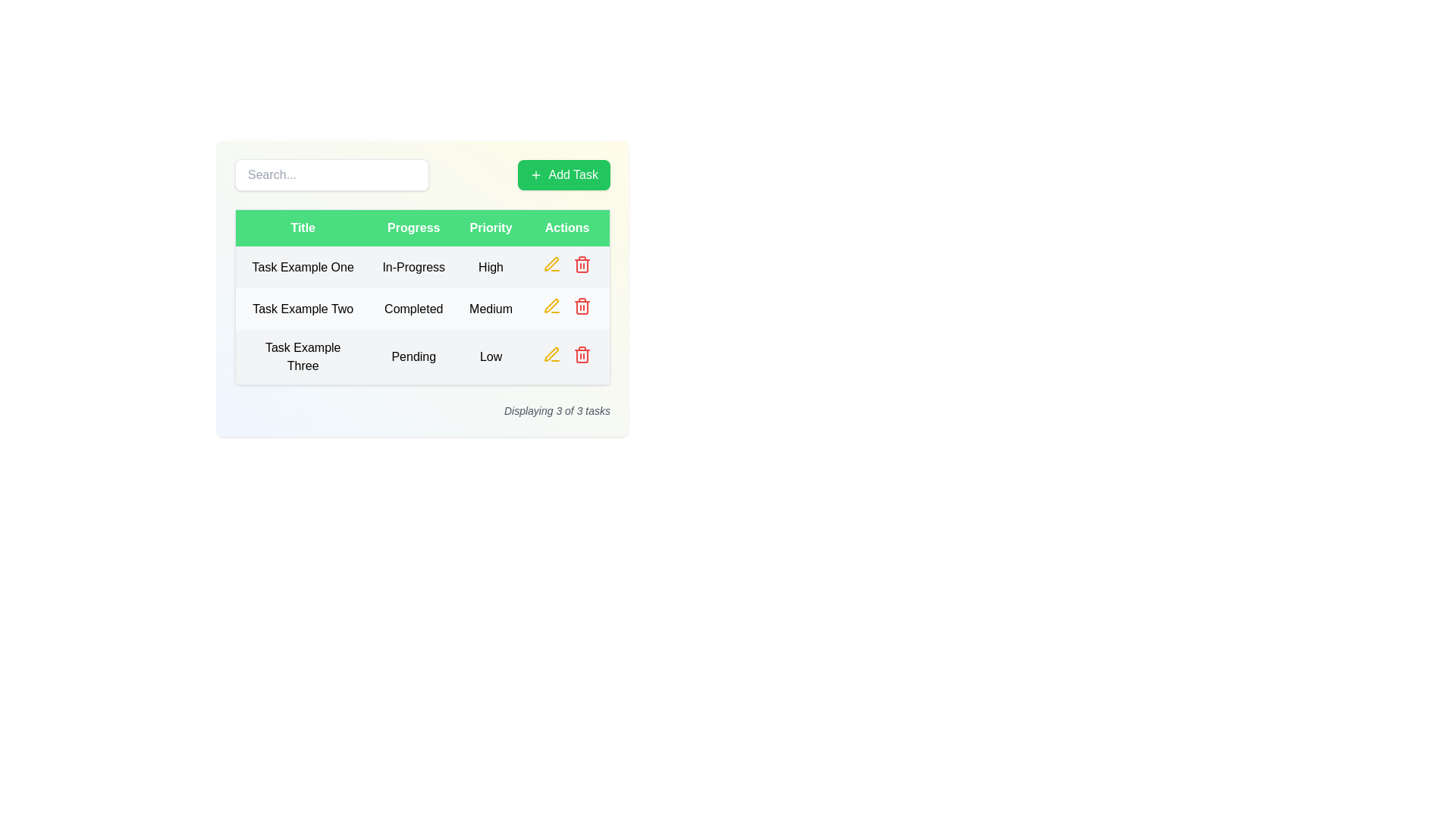 The height and width of the screenshot is (819, 1456). Describe the element at coordinates (551, 306) in the screenshot. I see `the yellow pen-like icon button located in the 'Actions' column of the second row, corresponding to 'Task Example Two', to observe a change in color` at that location.